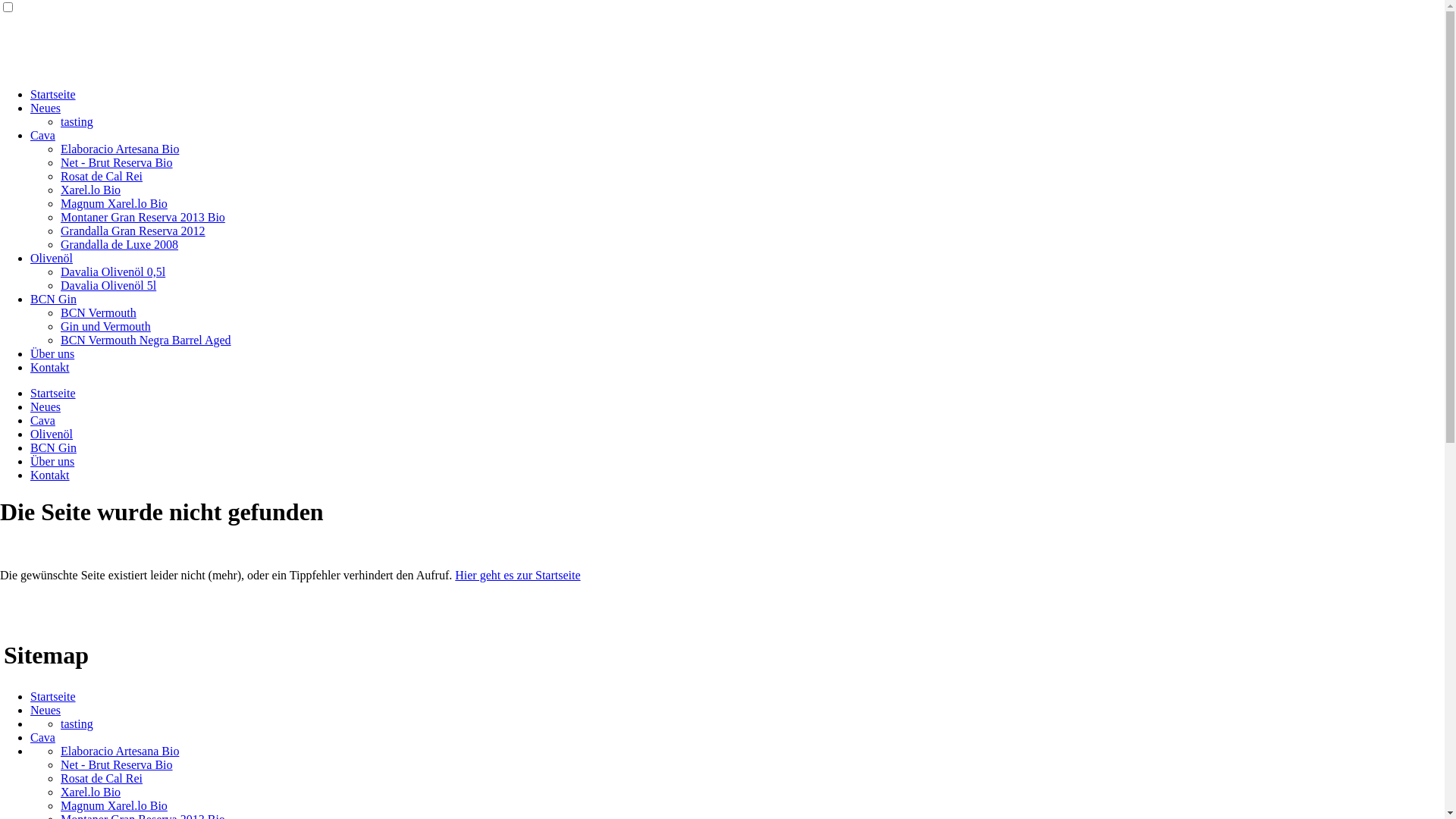  What do you see at coordinates (45, 107) in the screenshot?
I see `'Neues'` at bounding box center [45, 107].